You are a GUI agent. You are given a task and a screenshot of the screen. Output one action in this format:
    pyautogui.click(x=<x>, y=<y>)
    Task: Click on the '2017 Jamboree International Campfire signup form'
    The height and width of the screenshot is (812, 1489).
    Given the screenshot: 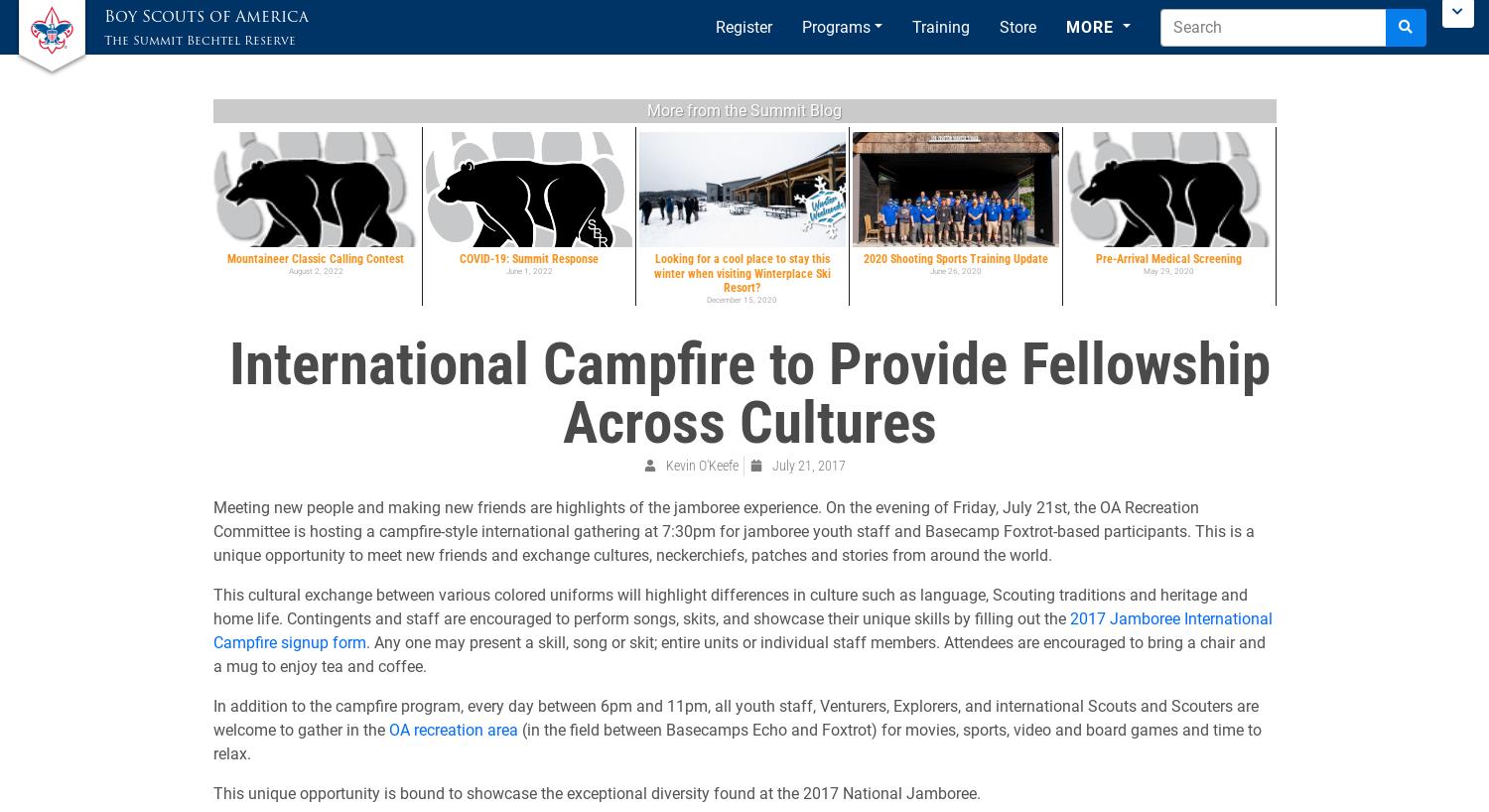 What is the action you would take?
    pyautogui.click(x=741, y=629)
    